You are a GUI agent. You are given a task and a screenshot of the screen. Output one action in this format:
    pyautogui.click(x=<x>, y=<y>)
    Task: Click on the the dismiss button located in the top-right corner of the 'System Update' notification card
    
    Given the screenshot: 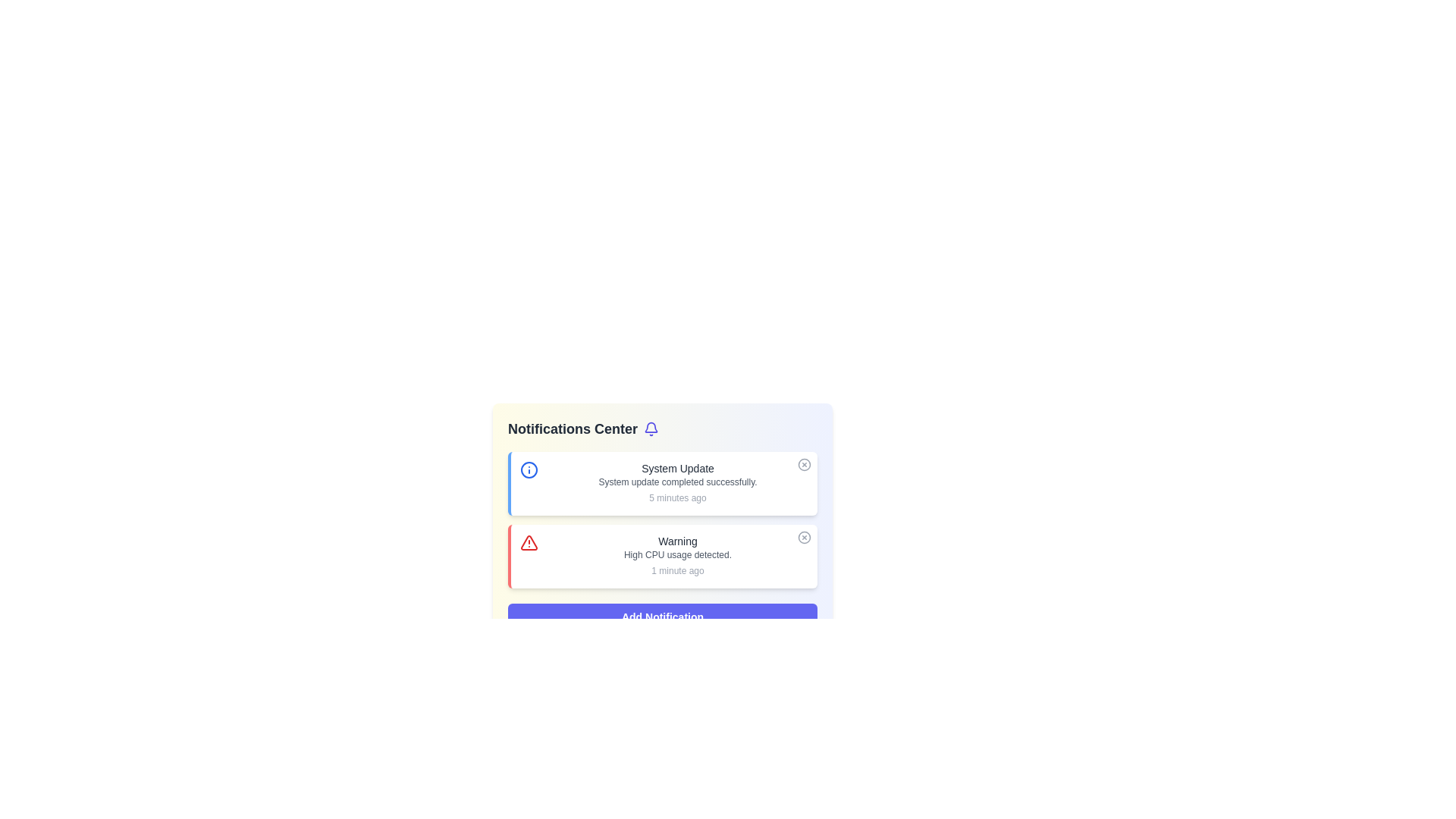 What is the action you would take?
    pyautogui.click(x=803, y=464)
    